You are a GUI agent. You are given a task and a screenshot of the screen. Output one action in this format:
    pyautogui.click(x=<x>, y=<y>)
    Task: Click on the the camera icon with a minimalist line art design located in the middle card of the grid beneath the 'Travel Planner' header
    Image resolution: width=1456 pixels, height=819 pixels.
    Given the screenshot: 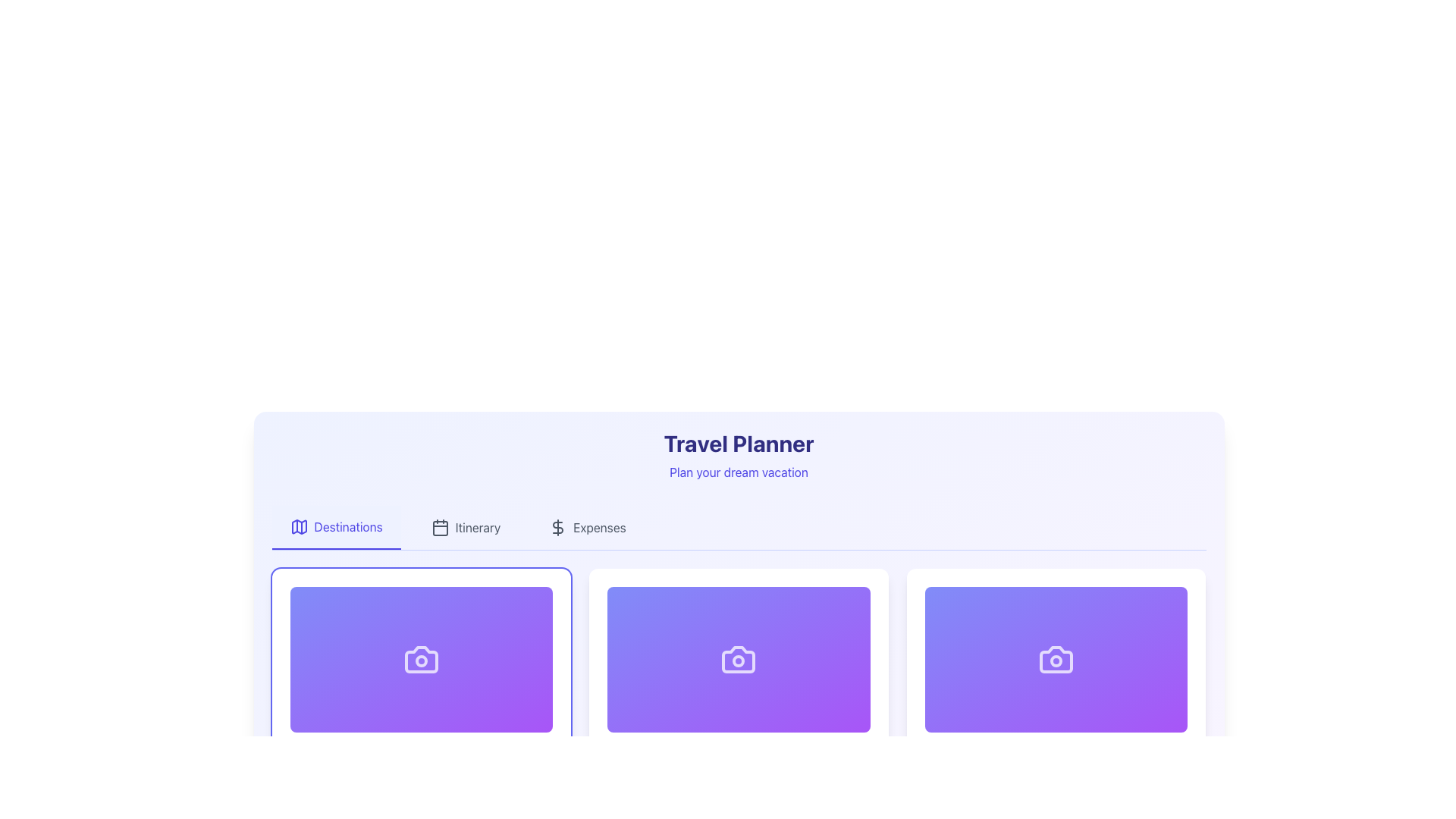 What is the action you would take?
    pyautogui.click(x=739, y=659)
    